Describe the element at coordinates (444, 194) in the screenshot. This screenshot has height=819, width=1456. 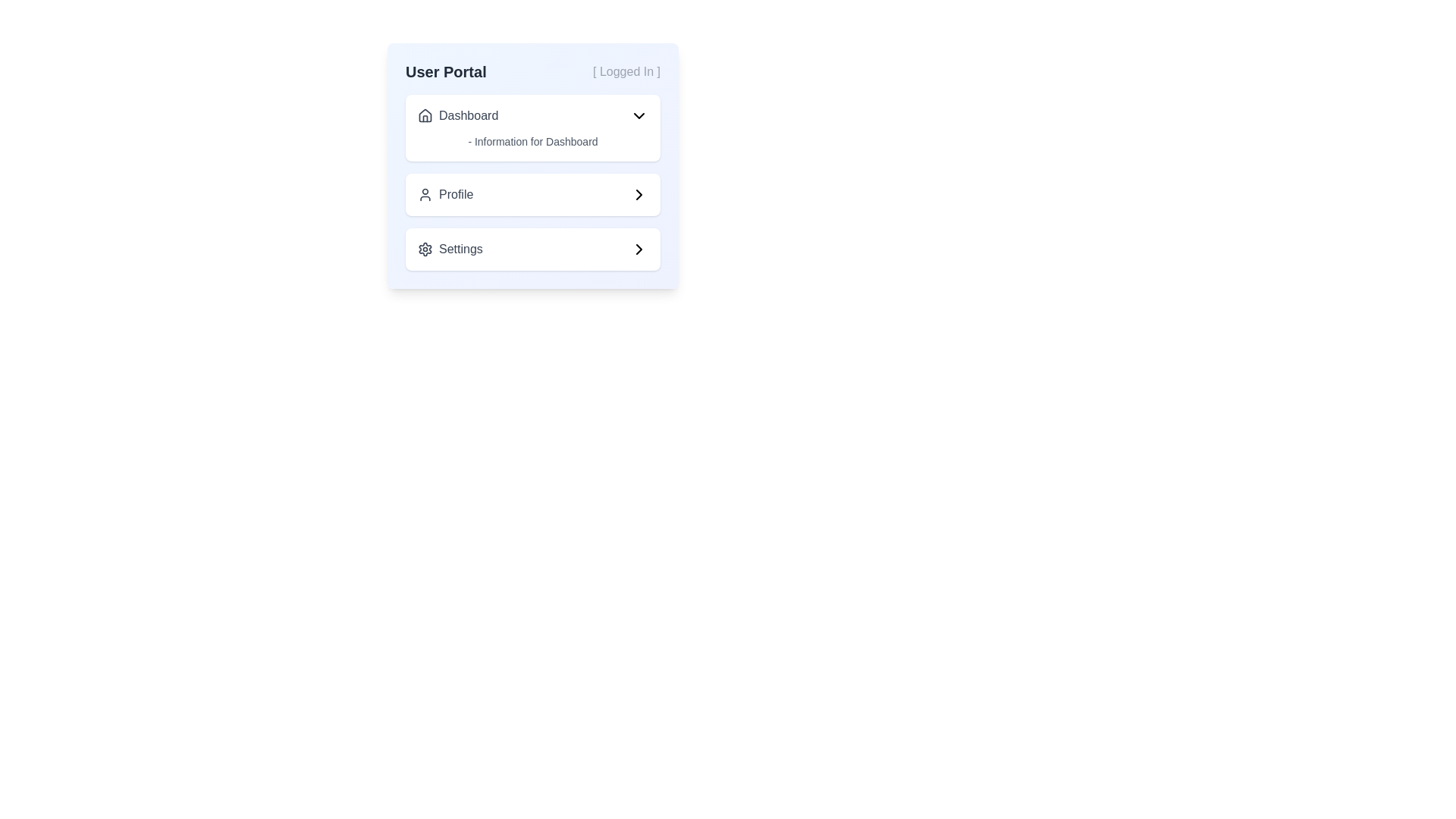
I see `the 'Profile' text label, which is styled in gray and located between the 'Dashboard' and 'Settings' entries in a vertical list` at that location.